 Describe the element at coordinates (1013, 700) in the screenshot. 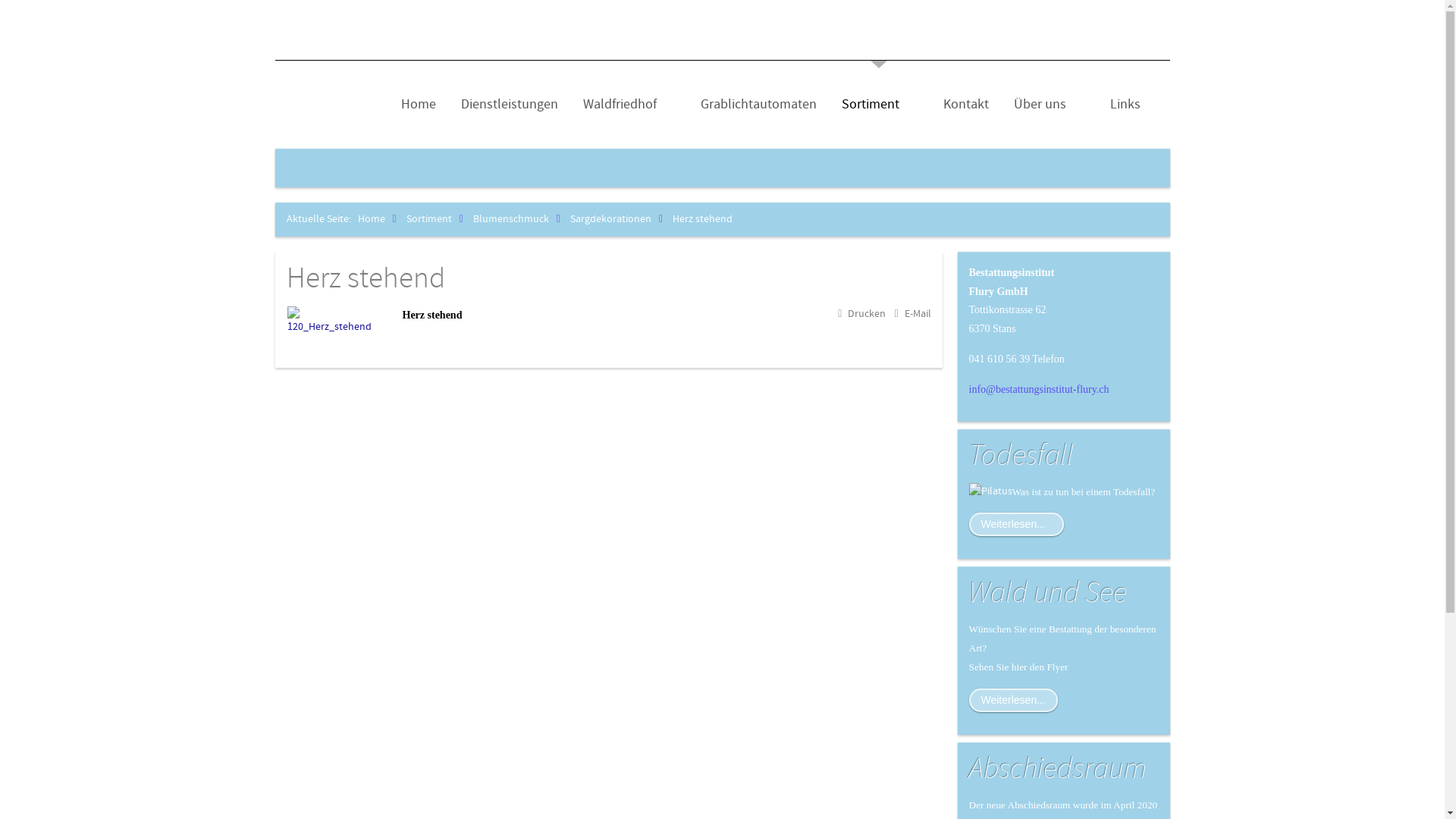

I see `'Weiterlesen...'` at that location.